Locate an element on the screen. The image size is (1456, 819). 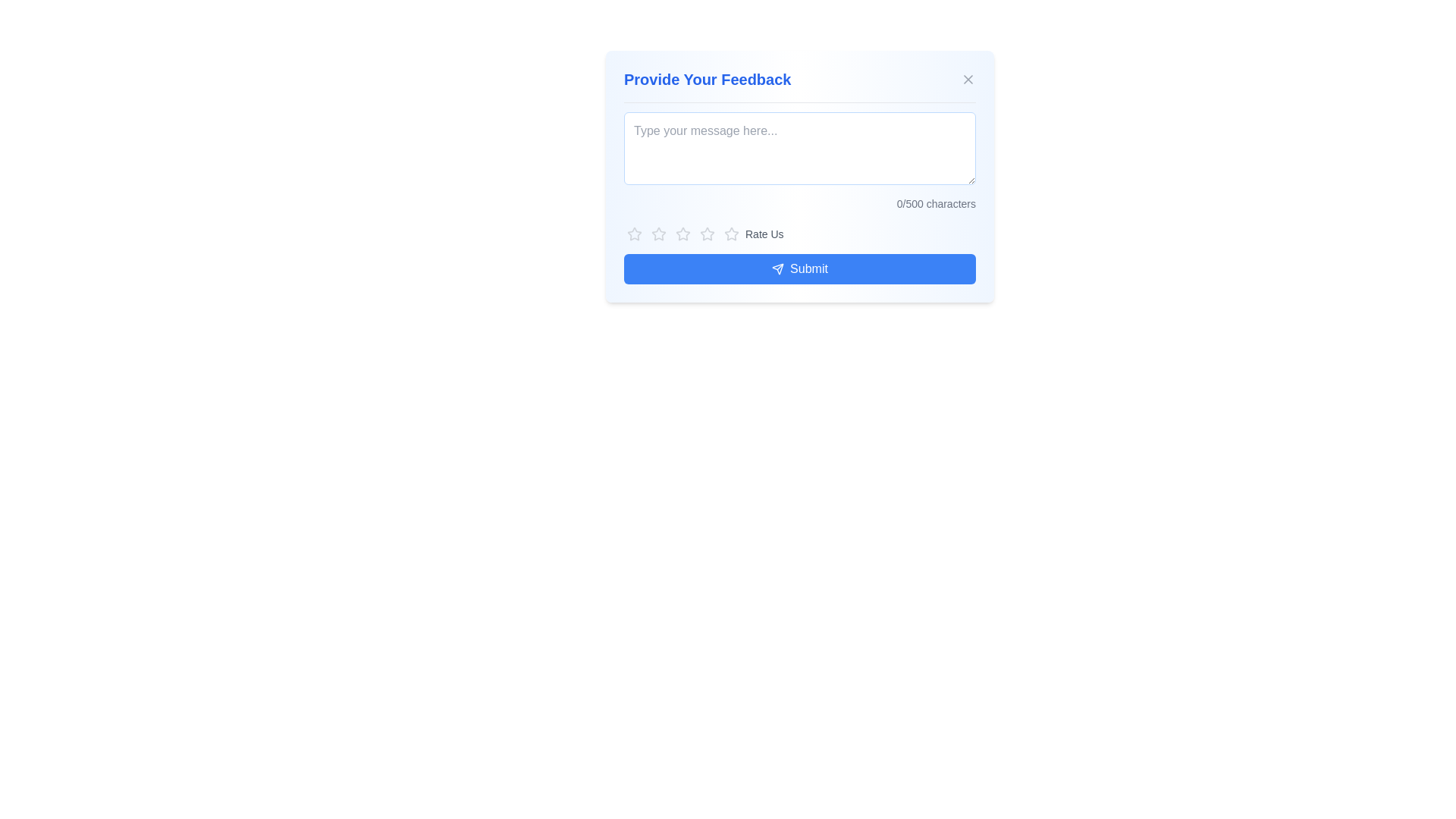
the fourth star icon from the left in the rating section is located at coordinates (731, 234).